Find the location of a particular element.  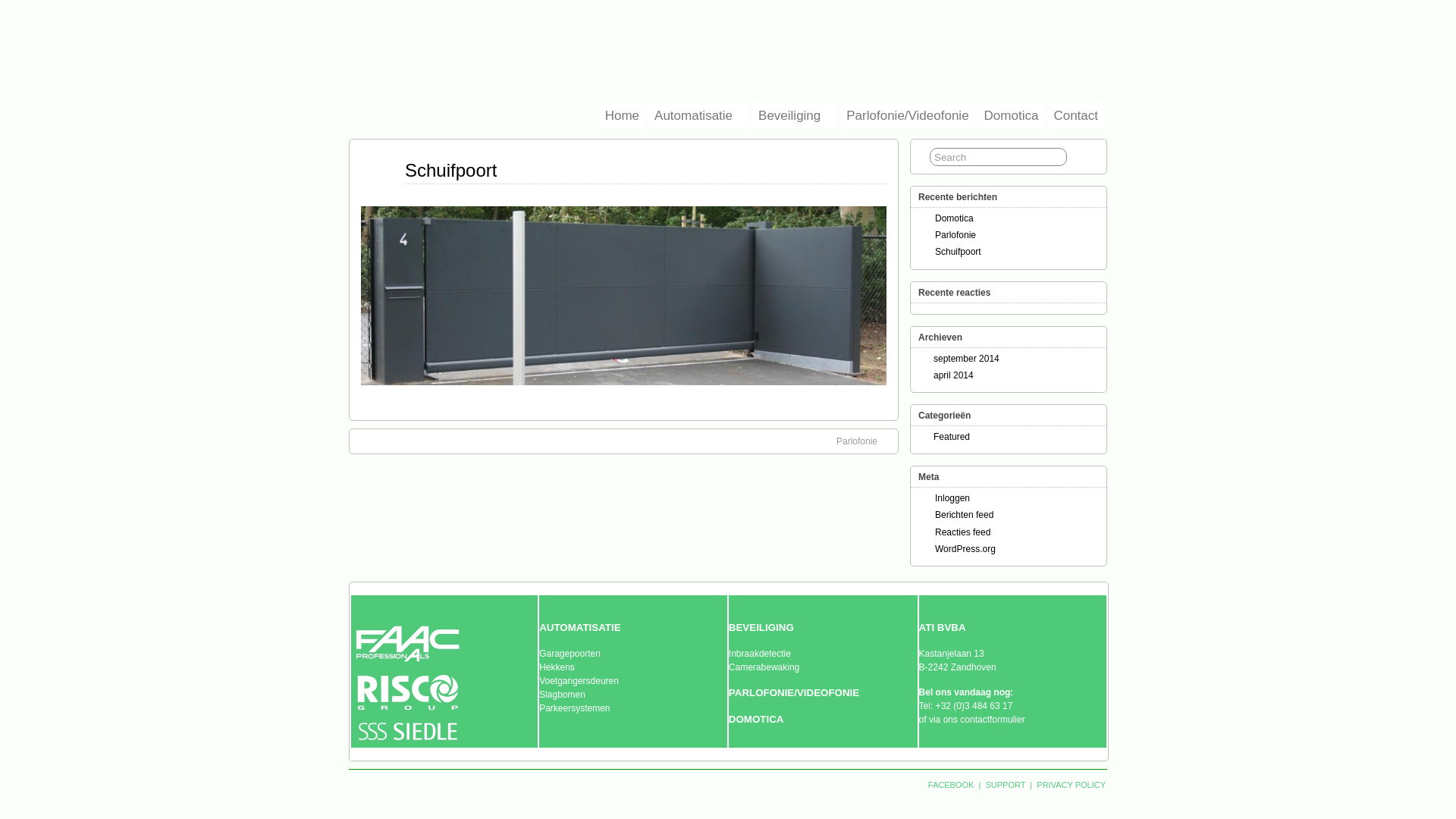

' Beveiliging' is located at coordinates (752, 114).